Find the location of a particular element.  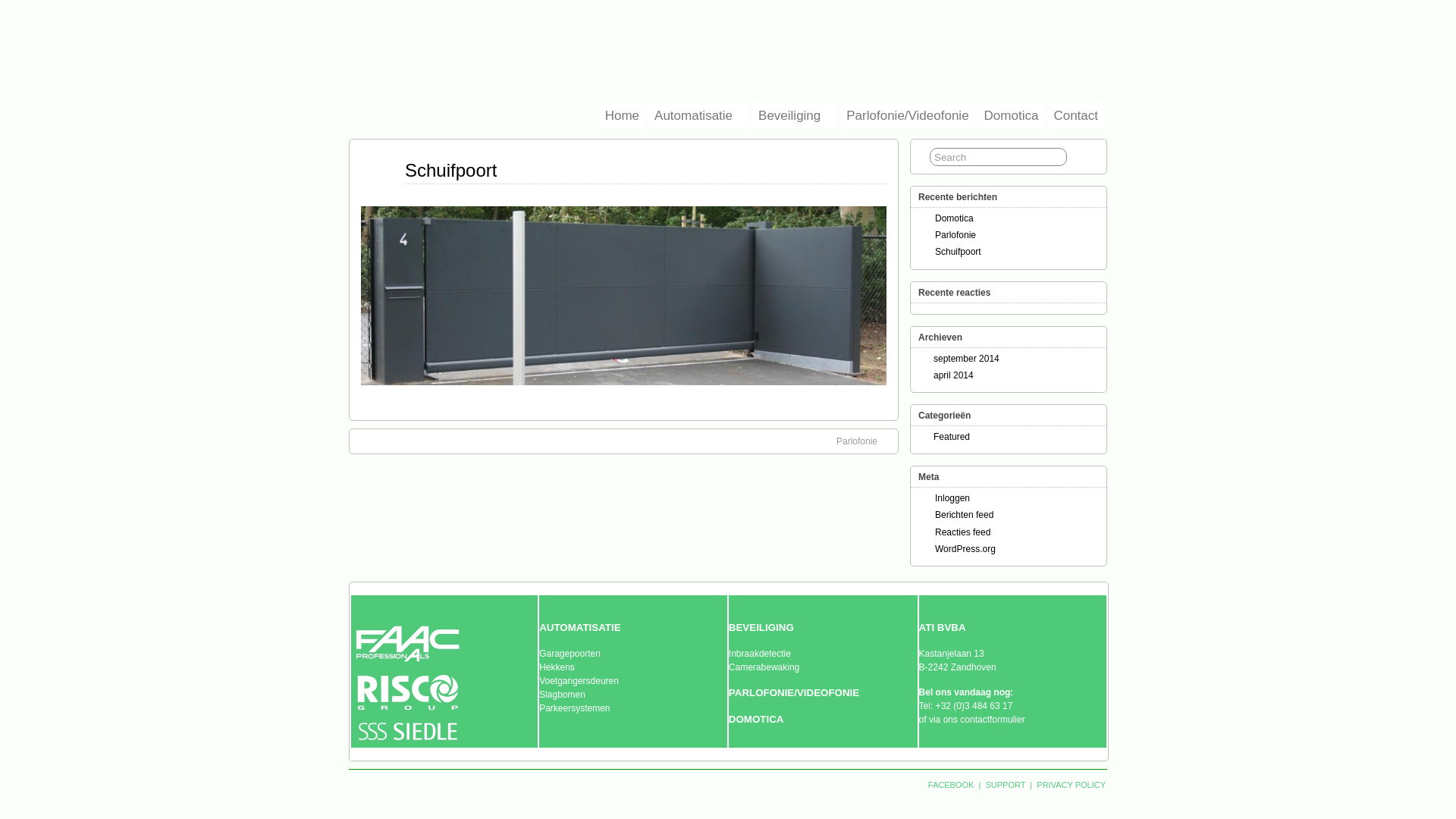

' Beveiliging' is located at coordinates (752, 114).